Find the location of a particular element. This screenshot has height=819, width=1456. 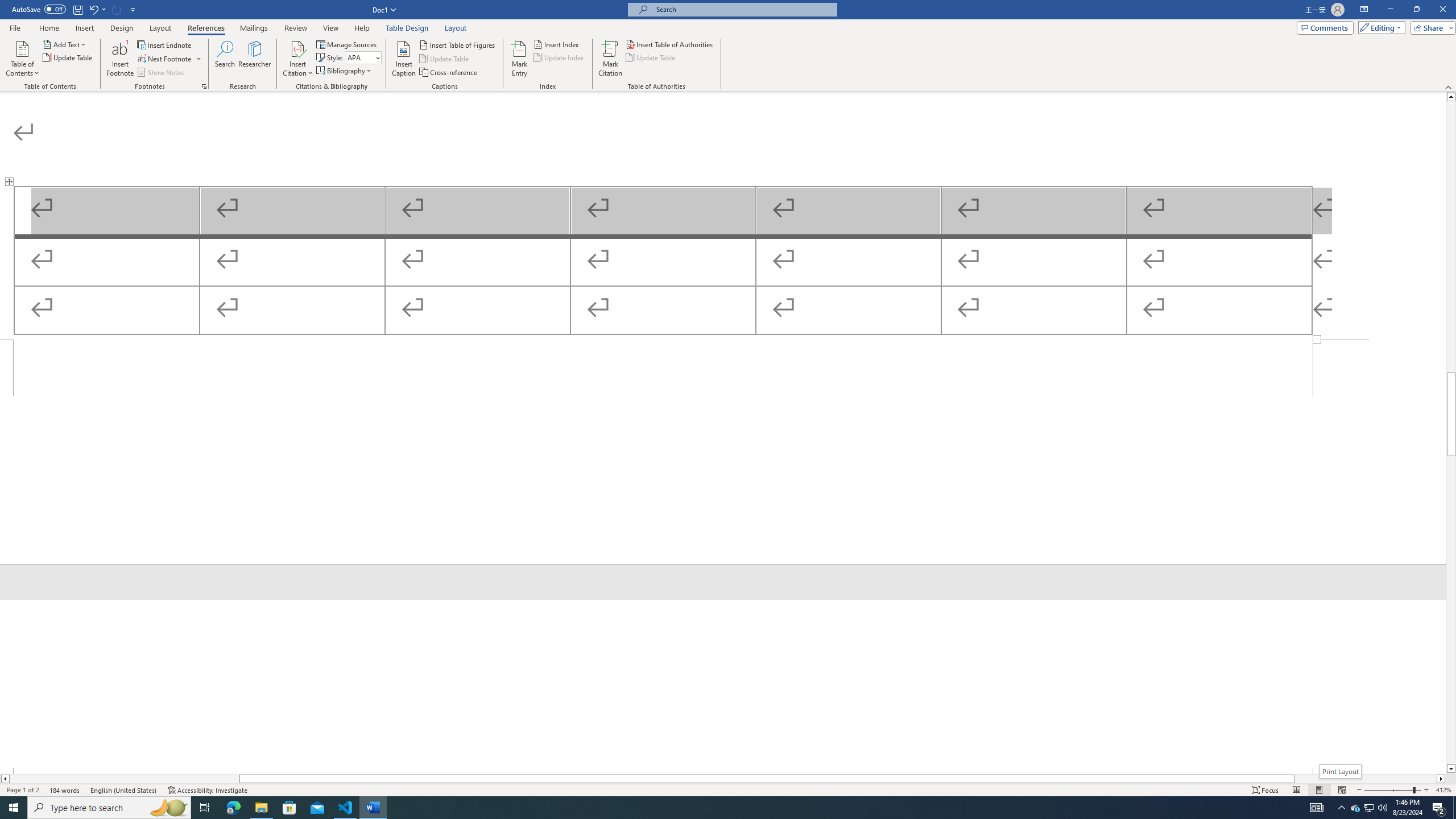

'Footnote and Endnote Dialog...' is located at coordinates (204, 85).